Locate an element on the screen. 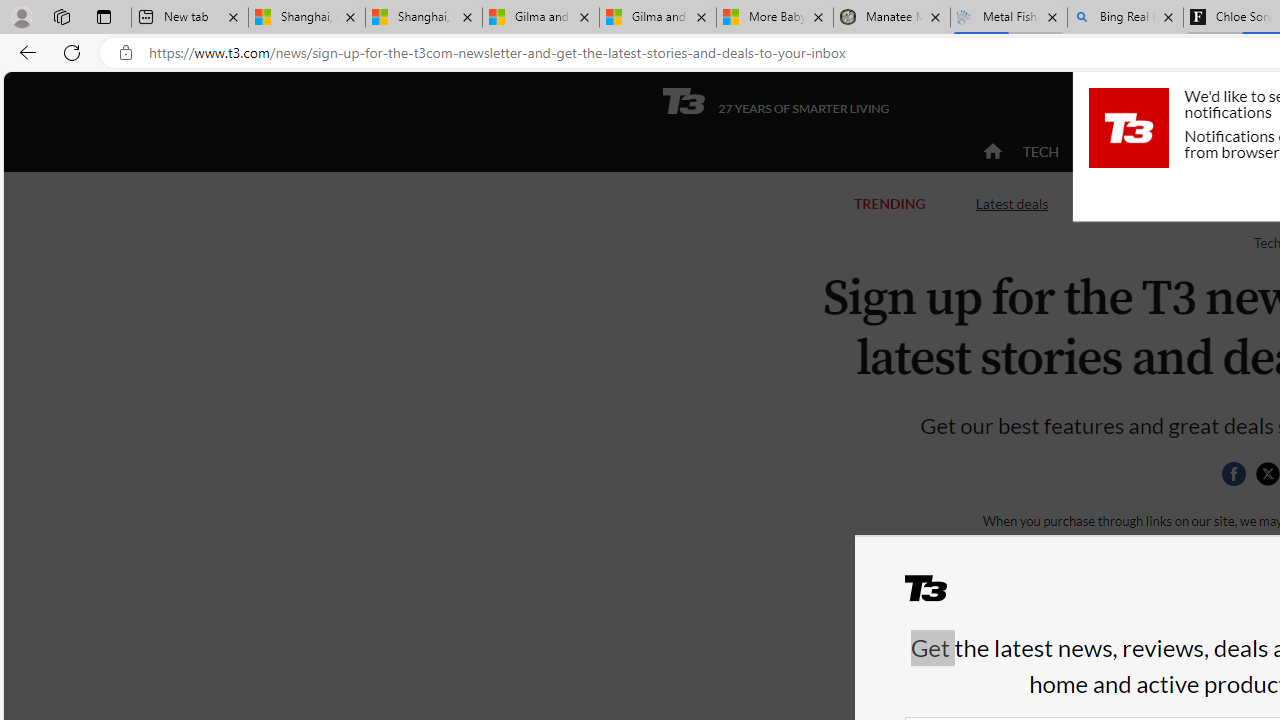 This screenshot has width=1280, height=720. 'T3' is located at coordinates (937, 594).